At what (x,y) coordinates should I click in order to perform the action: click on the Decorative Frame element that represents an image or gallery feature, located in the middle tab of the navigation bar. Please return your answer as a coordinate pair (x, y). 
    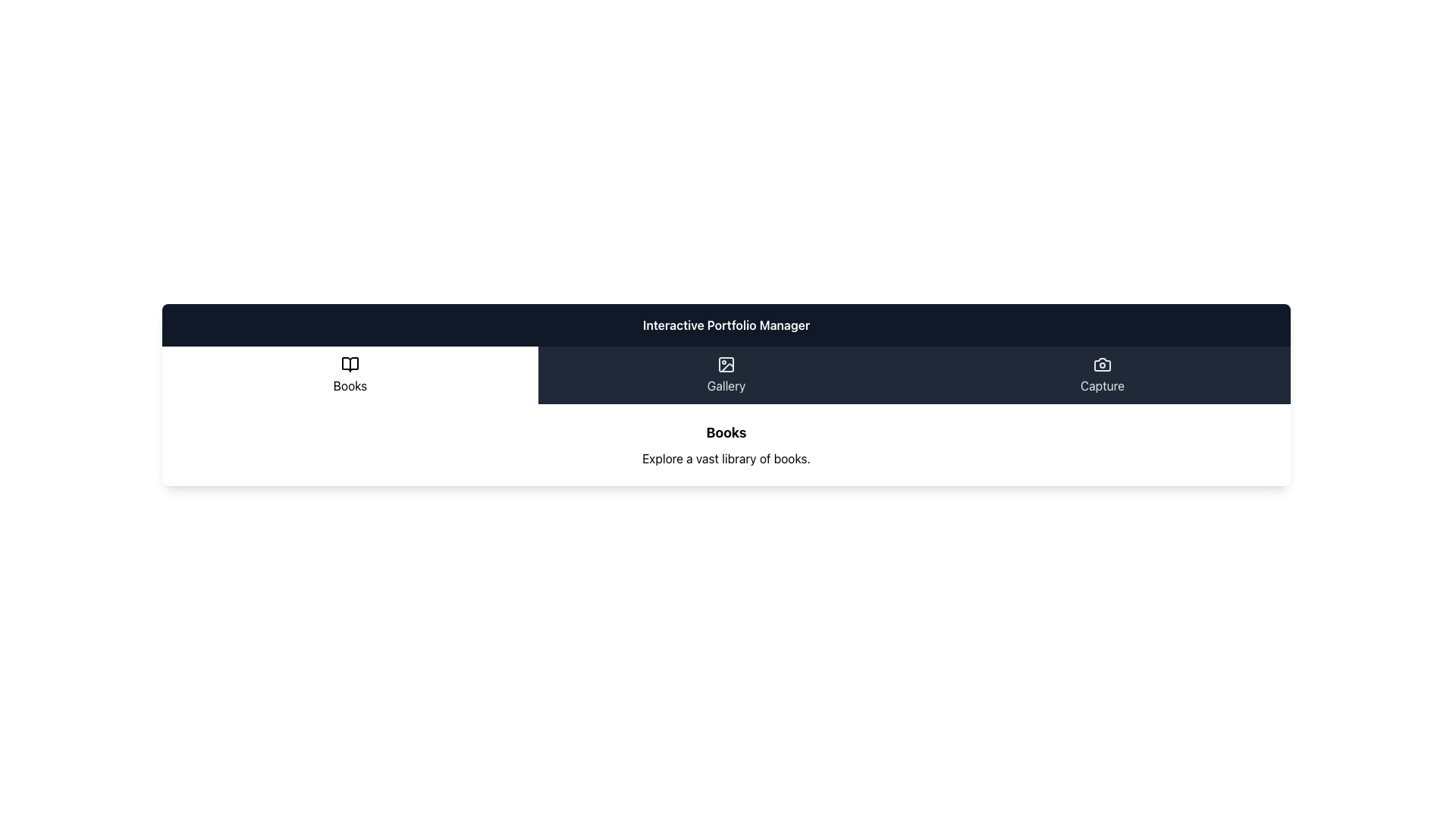
    Looking at the image, I should click on (726, 365).